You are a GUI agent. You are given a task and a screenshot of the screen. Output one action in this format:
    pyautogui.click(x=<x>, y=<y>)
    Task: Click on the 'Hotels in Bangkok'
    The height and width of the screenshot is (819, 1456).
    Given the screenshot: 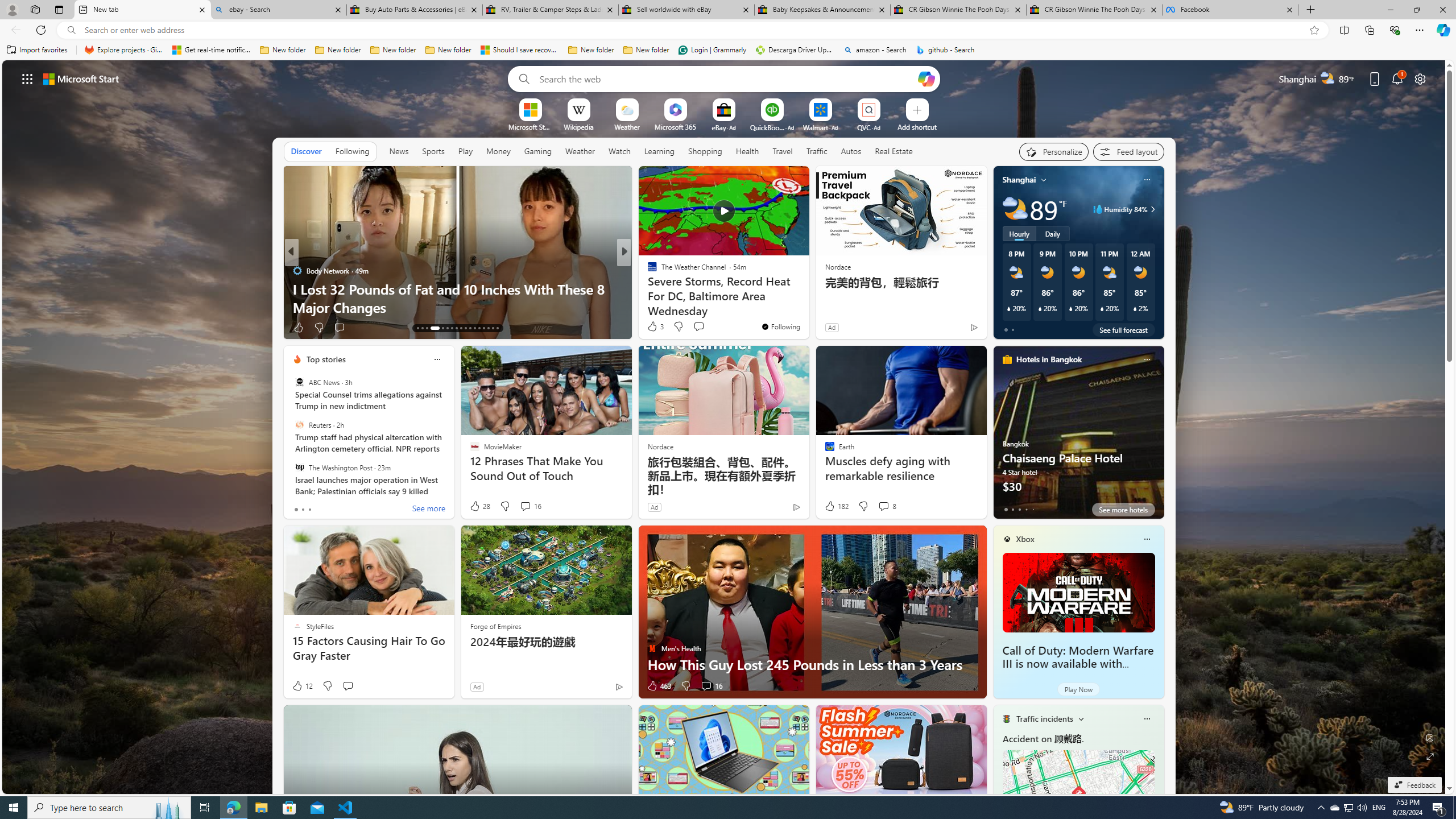 What is the action you would take?
    pyautogui.click(x=1048, y=359)
    